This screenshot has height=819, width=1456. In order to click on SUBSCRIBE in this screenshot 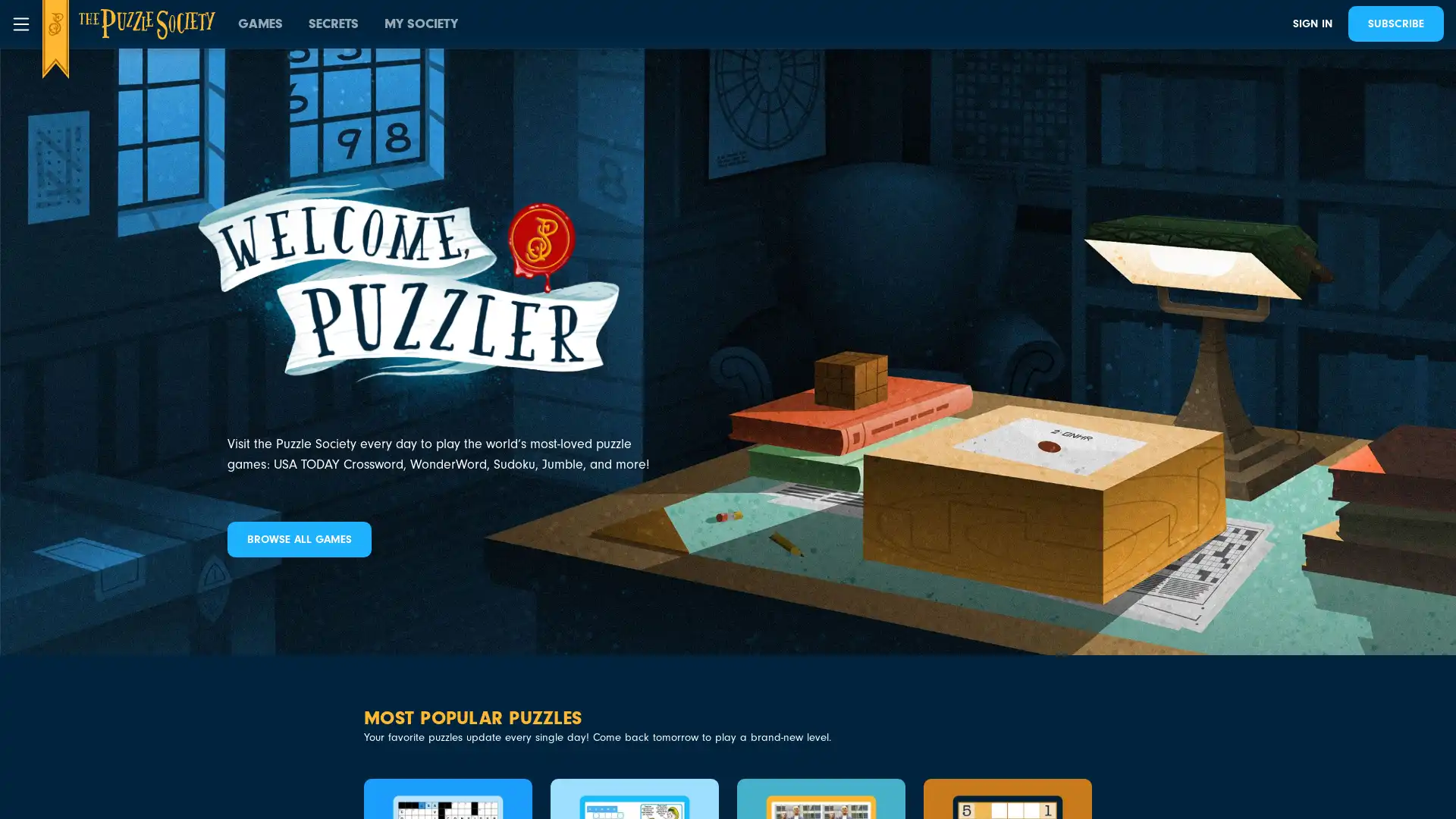, I will do `click(1395, 24)`.